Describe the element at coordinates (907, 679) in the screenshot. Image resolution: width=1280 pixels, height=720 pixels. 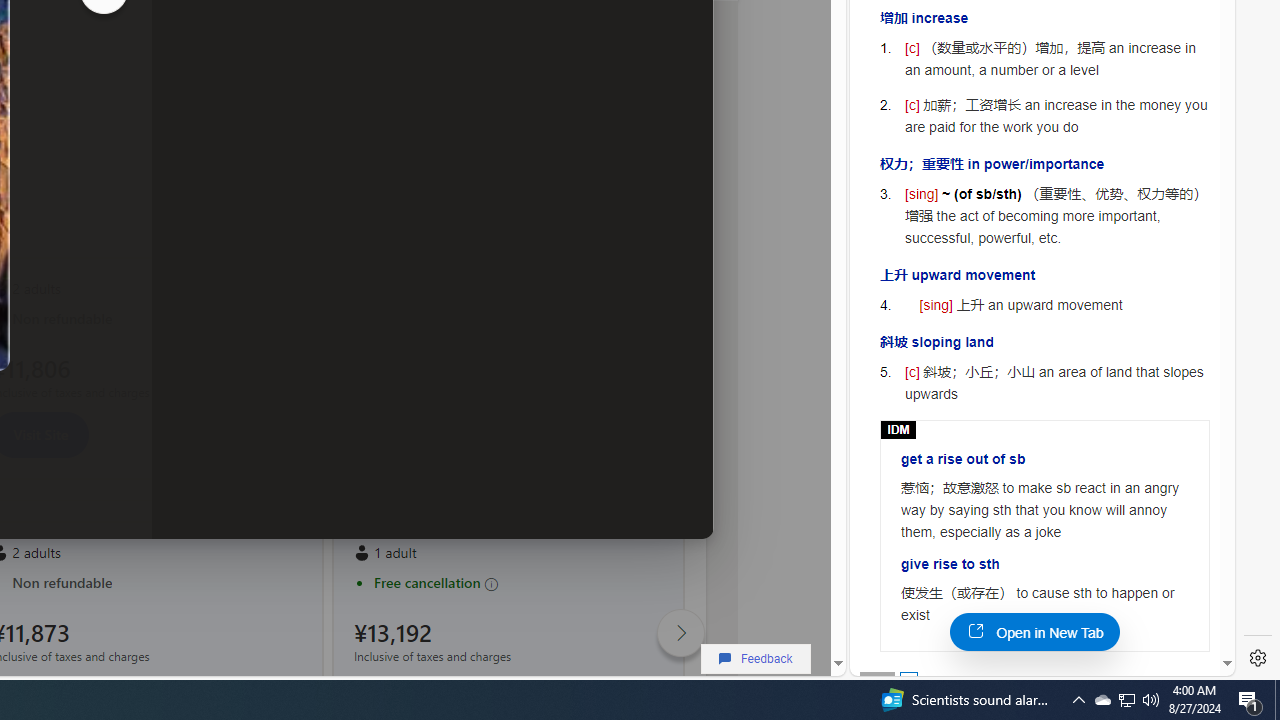
I see `'AutomationID: posbtn_1'` at that location.